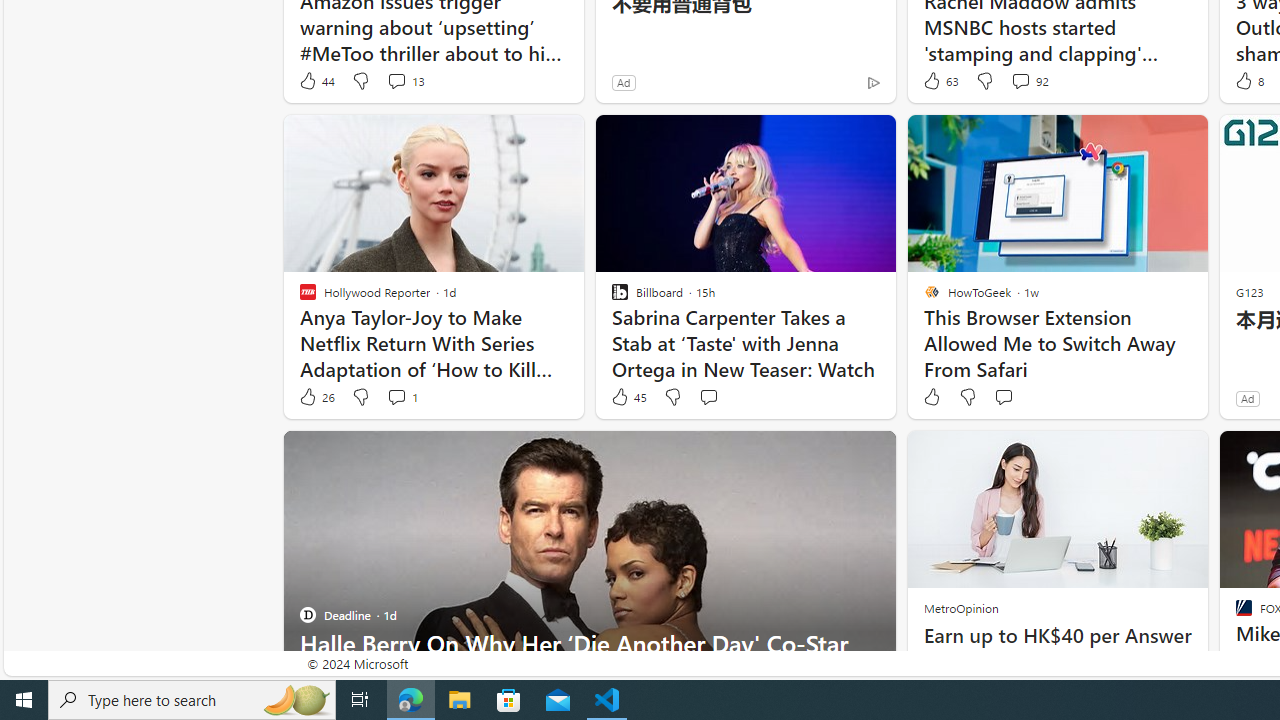  Describe the element at coordinates (1020, 80) in the screenshot. I see `'View comments 92 Comment'` at that location.